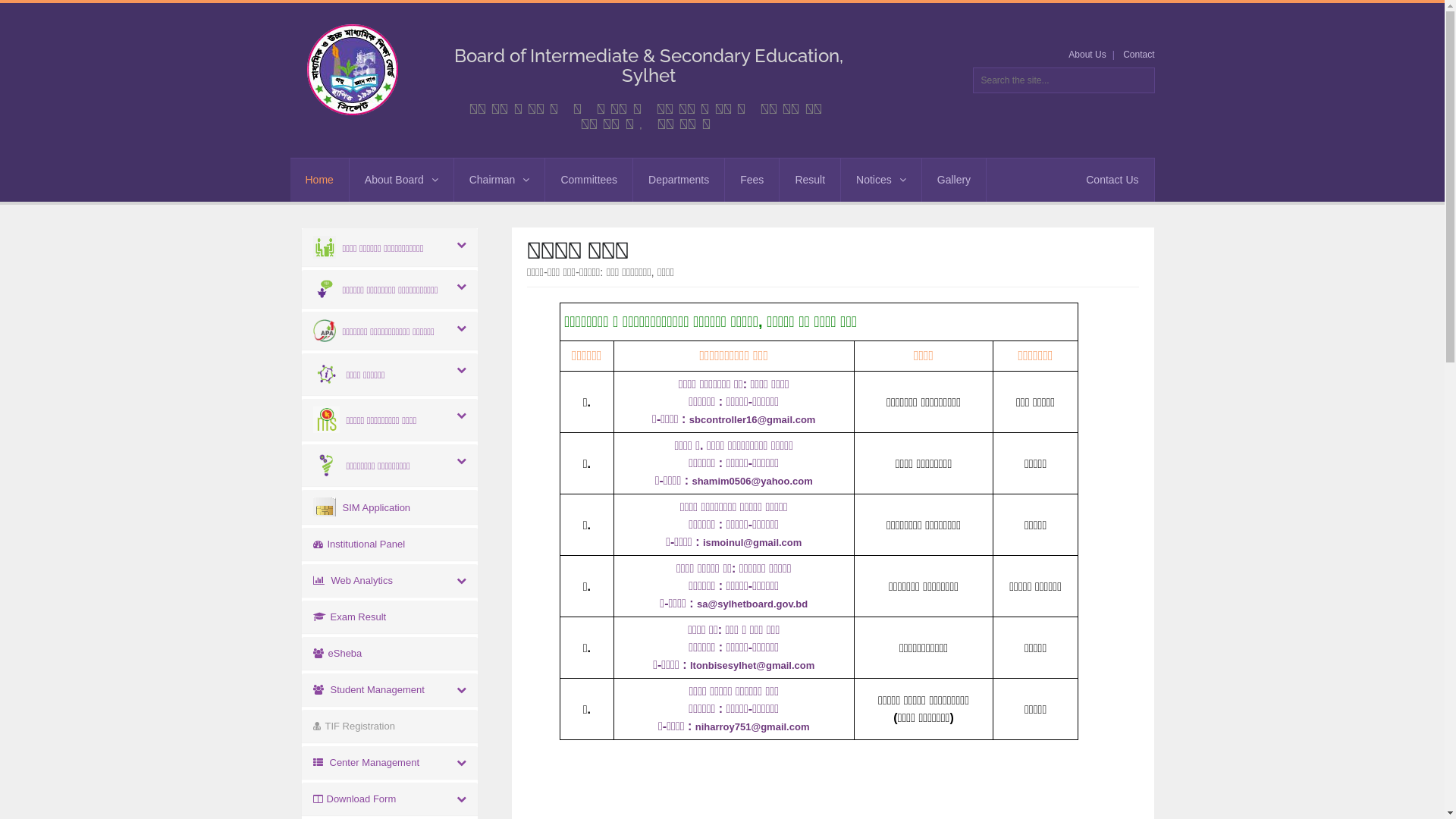  Describe the element at coordinates (839, 179) in the screenshot. I see `'Notices'` at that location.